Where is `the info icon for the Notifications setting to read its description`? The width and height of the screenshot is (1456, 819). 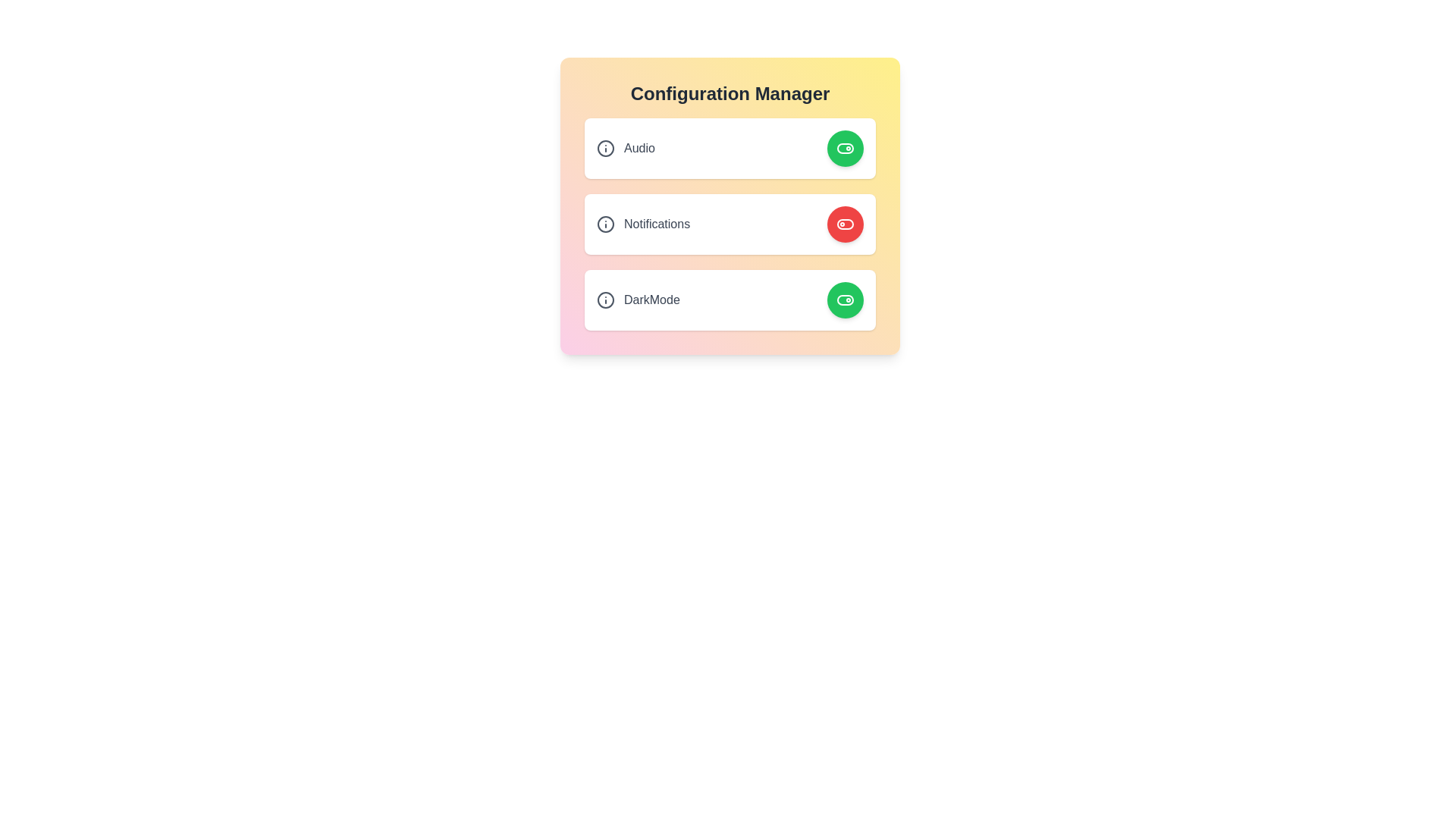 the info icon for the Notifications setting to read its description is located at coordinates (604, 224).